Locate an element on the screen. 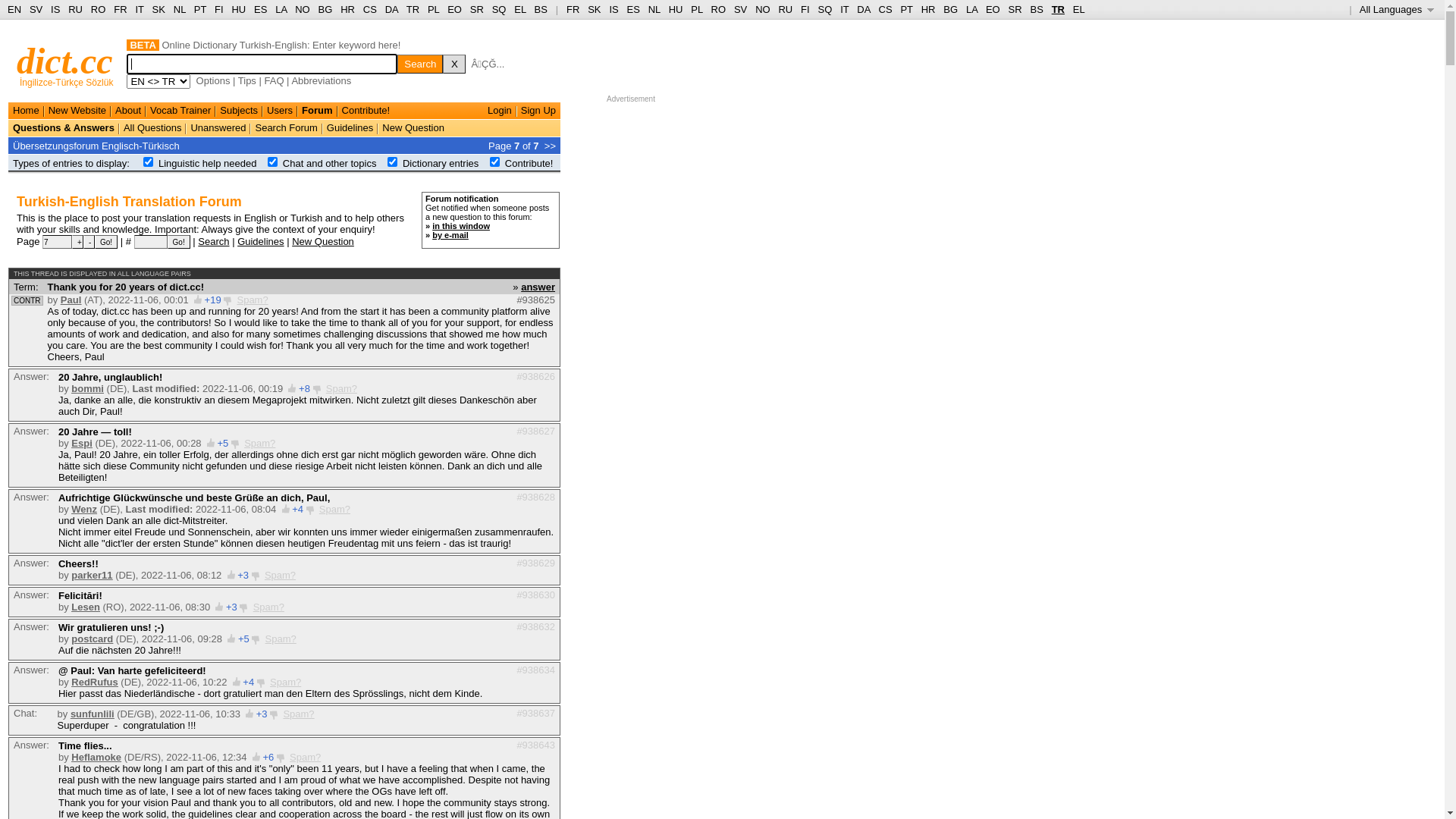 Image resolution: width=1456 pixels, height=819 pixels. 'ES' is located at coordinates (633, 9).